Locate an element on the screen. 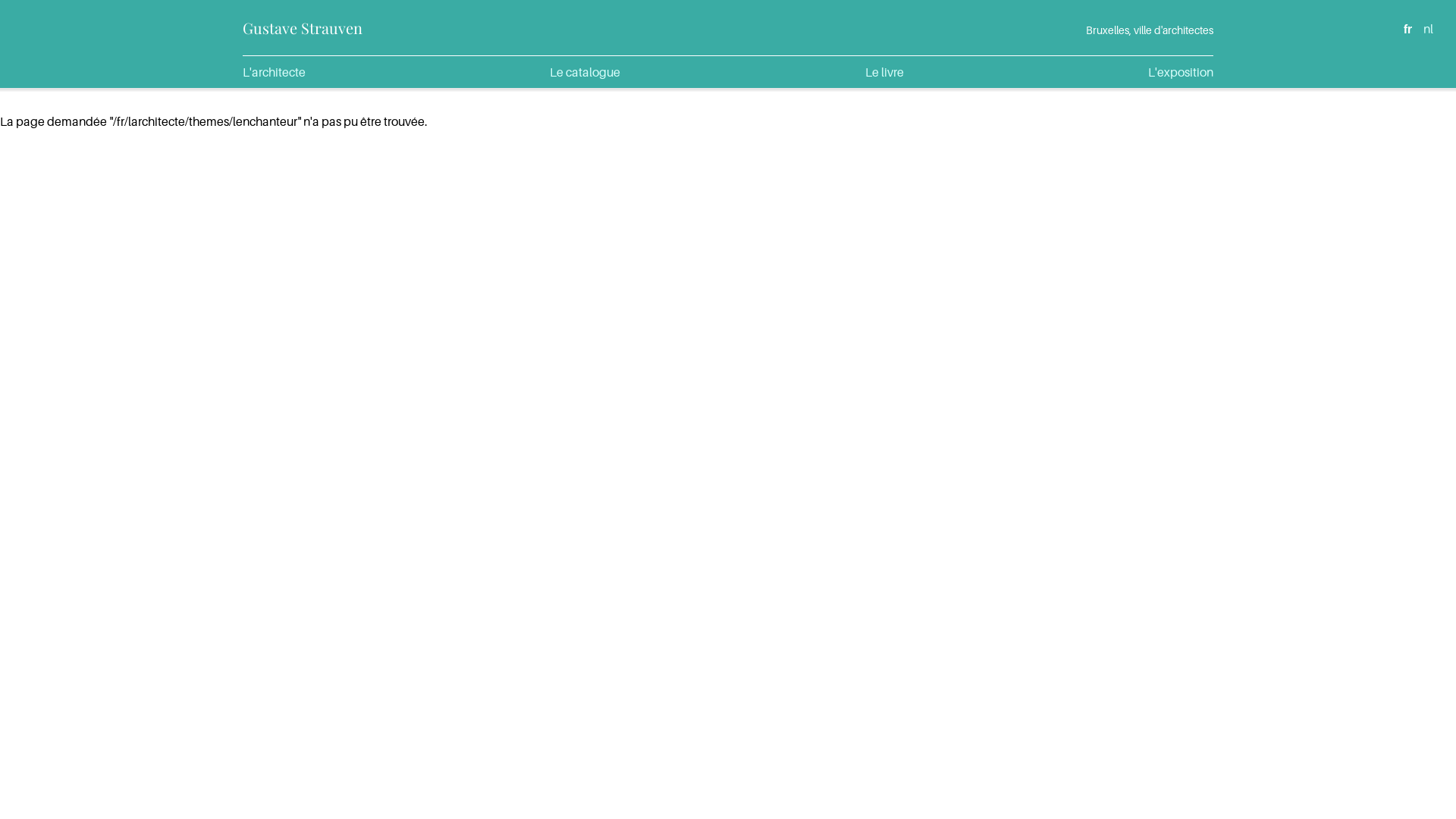 The width and height of the screenshot is (1456, 819). 'Le catalogue' is located at coordinates (584, 72).